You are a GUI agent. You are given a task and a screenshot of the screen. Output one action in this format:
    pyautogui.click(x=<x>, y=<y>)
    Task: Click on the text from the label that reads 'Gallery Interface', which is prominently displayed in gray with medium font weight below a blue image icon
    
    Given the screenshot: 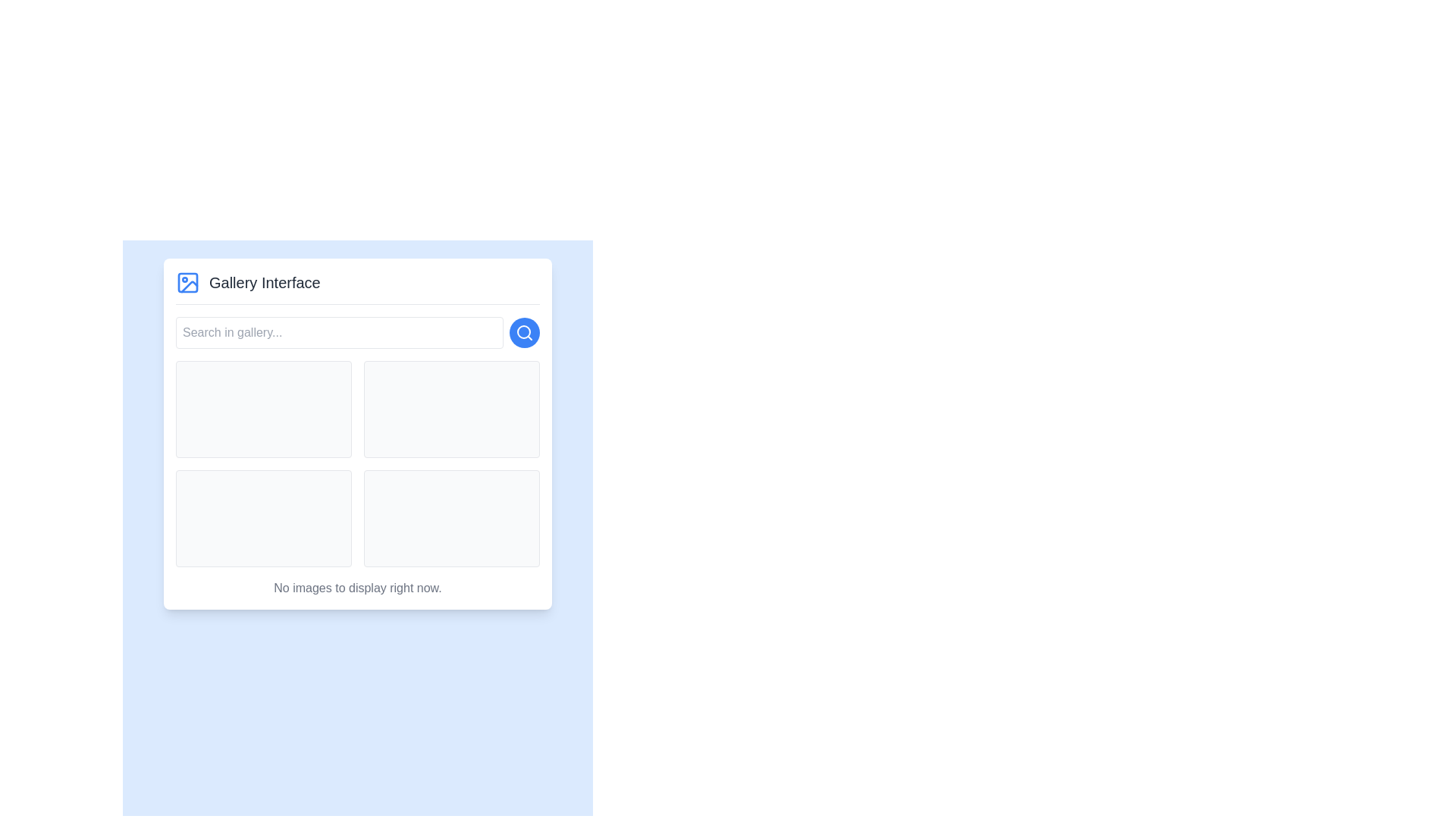 What is the action you would take?
    pyautogui.click(x=265, y=283)
    